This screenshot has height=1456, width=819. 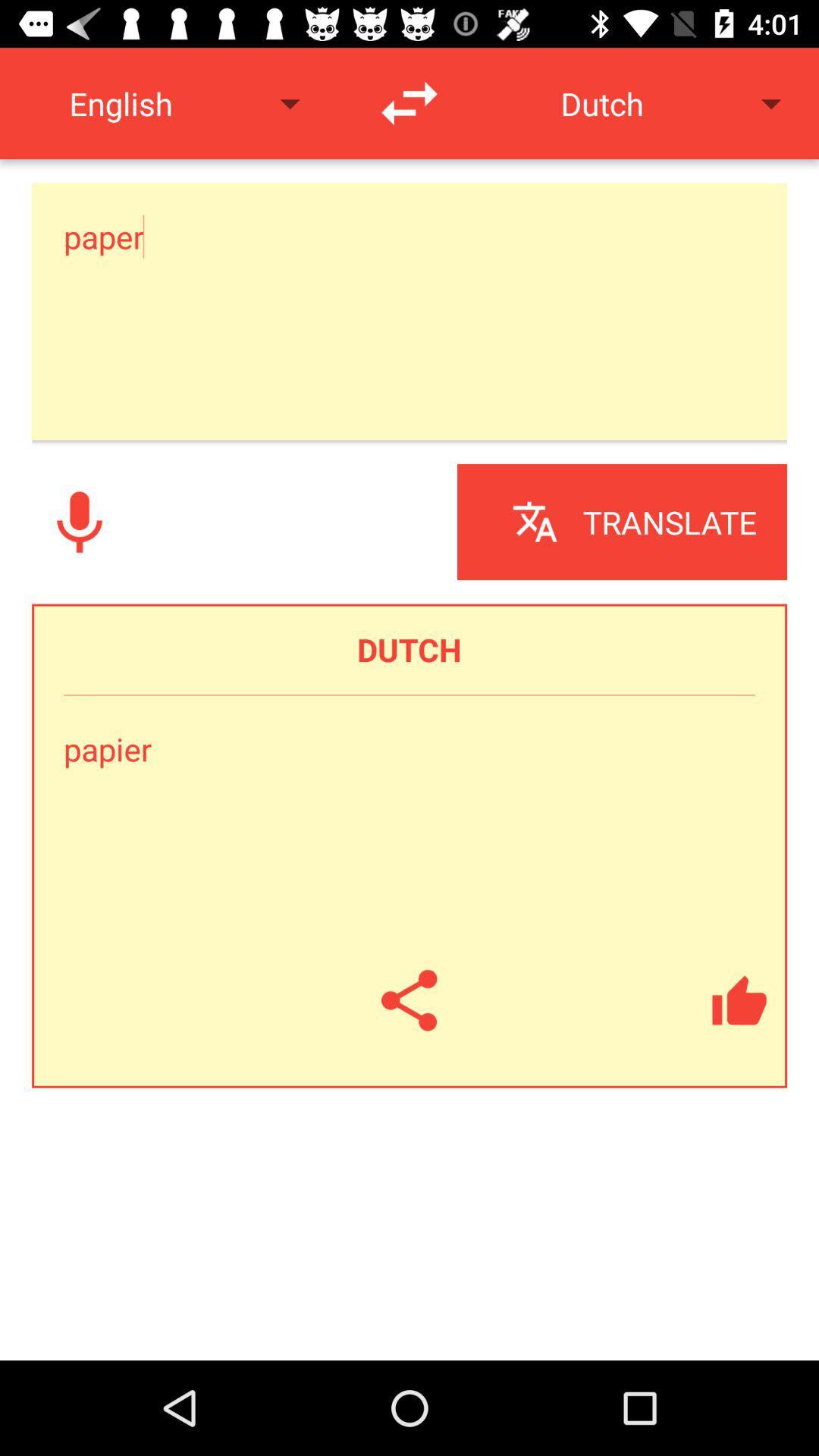 I want to click on record, so click(x=79, y=522).